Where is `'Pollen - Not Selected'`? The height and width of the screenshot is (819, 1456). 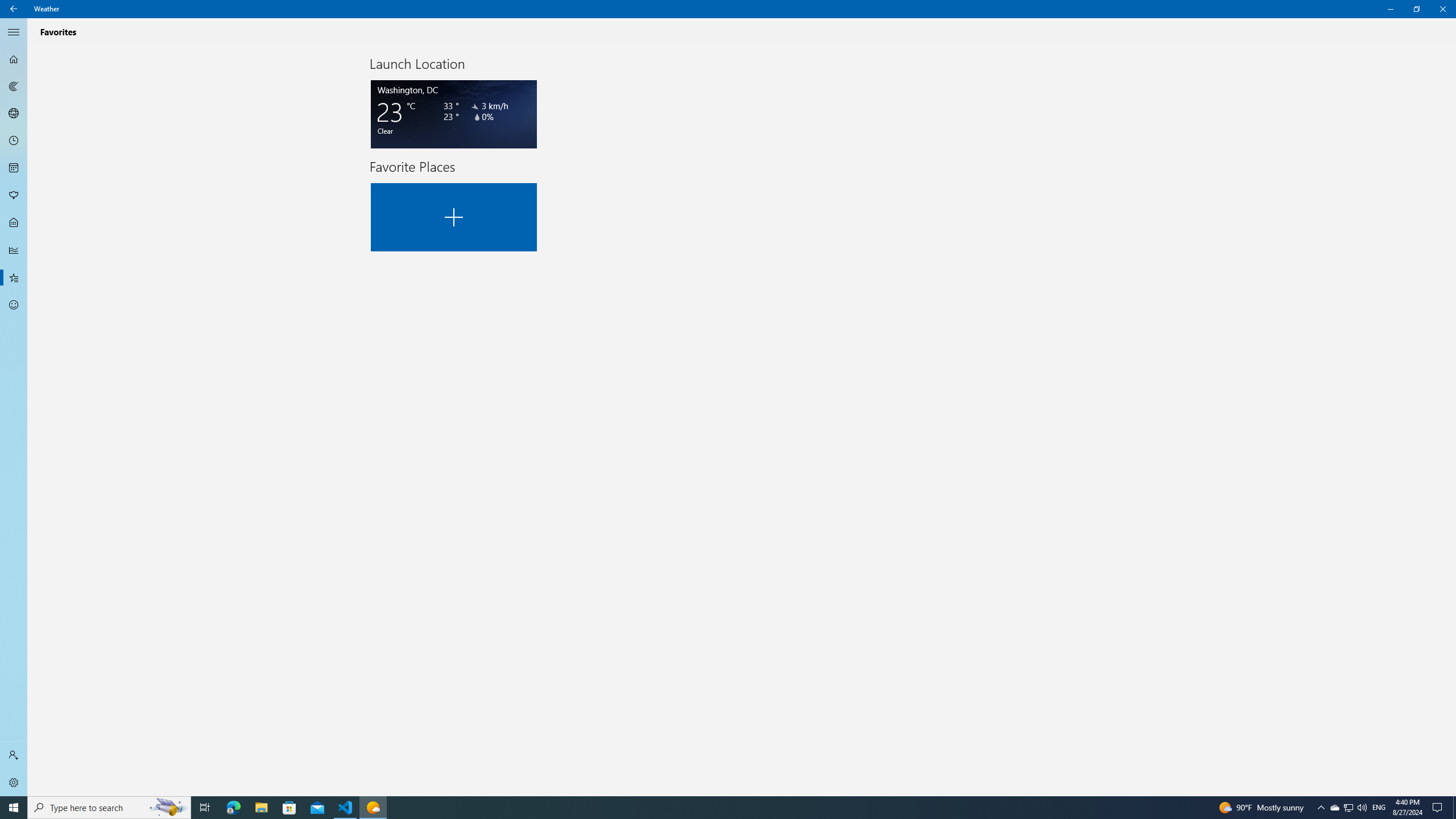
'Pollen - Not Selected' is located at coordinates (14, 196).